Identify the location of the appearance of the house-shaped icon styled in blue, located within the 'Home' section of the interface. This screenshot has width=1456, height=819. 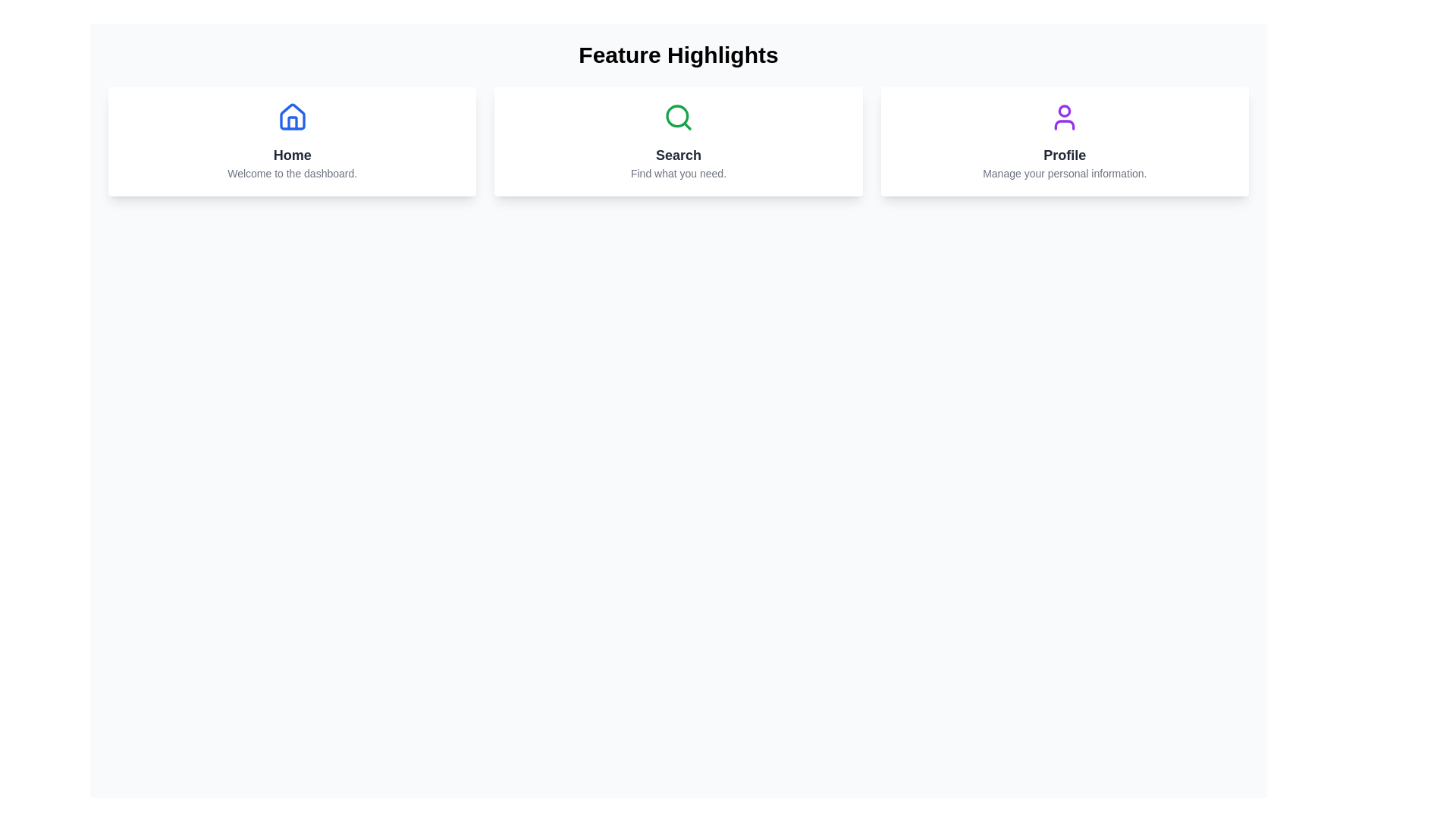
(292, 116).